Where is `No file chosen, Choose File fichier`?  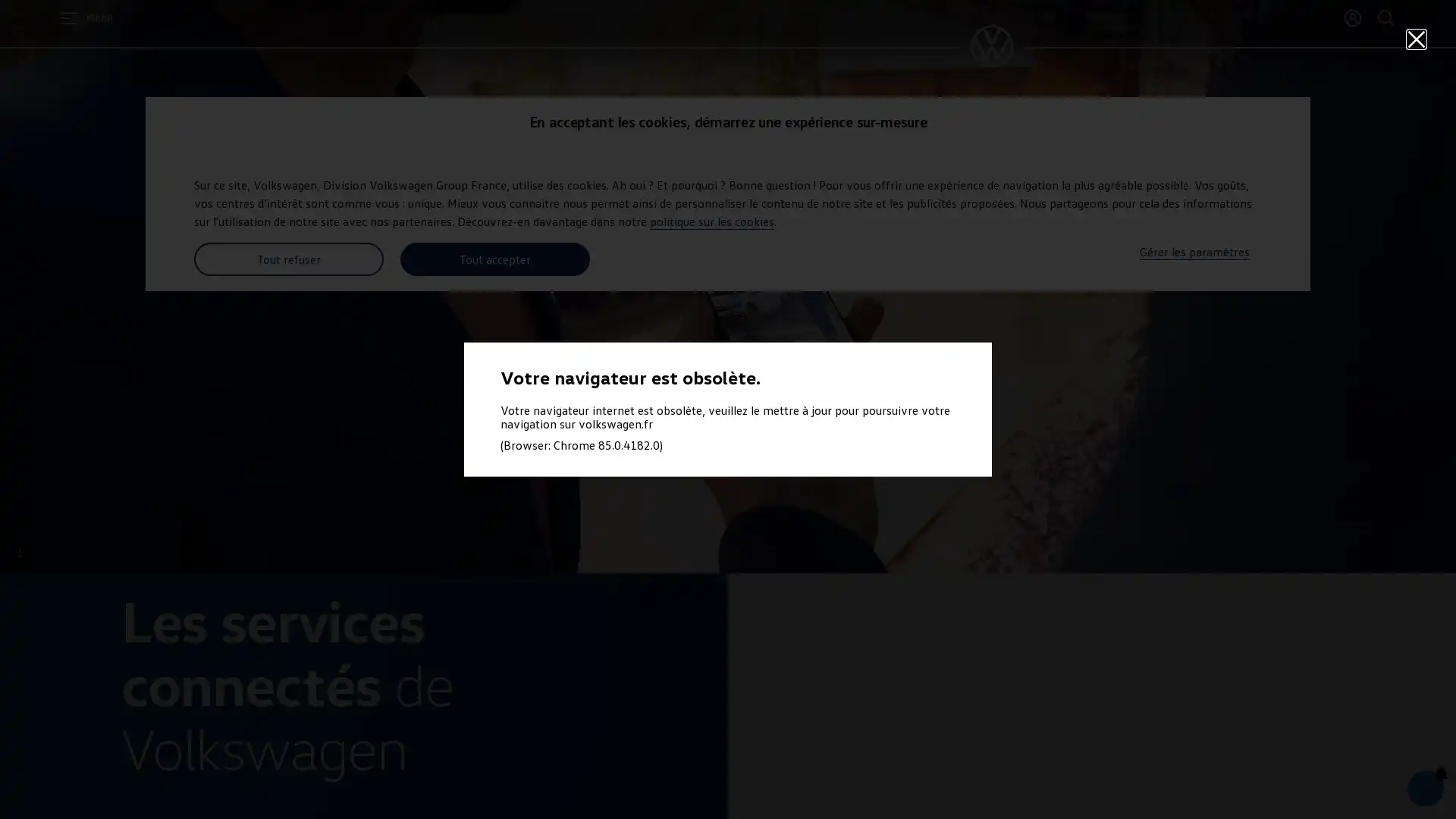
No file chosen, Choose File fichier is located at coordinates (1341, 778).